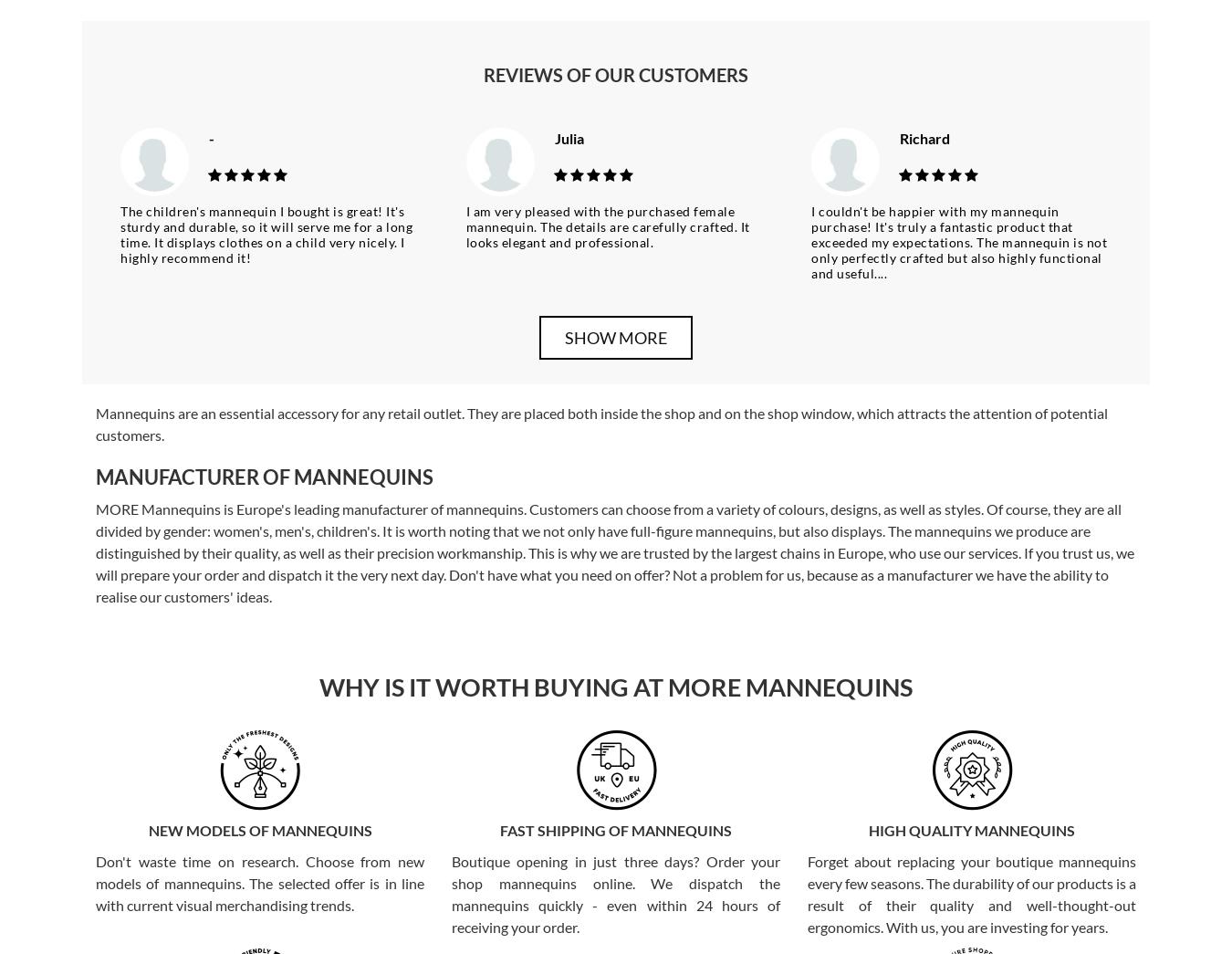 The width and height of the screenshot is (1232, 954). I want to click on 'Full-figure mannequins make up the bulk of our range. We have abstract, semi-abstract, realistic and also special mannequins. The former have an egg-shaped head or delicately outlined facial features. The realistic mannequins are equipped with a wig, as well as varied make-up. Our special mannequins are products used to present specific products. We have models called lingerie, plus size, maternity, as well as sports and flexible models. We can offer our customers several options for personalising their mannequins. This will include, for example, ageing, applying graphics or tattoos to the mannequin. We also offer accessories for decorating the mannequin. These include false eyelashes, stickers imitating parts of the face or wigs. We also have platforms, supports and seats that make it easier to position the mannequins correctly.', so click(610, 723).